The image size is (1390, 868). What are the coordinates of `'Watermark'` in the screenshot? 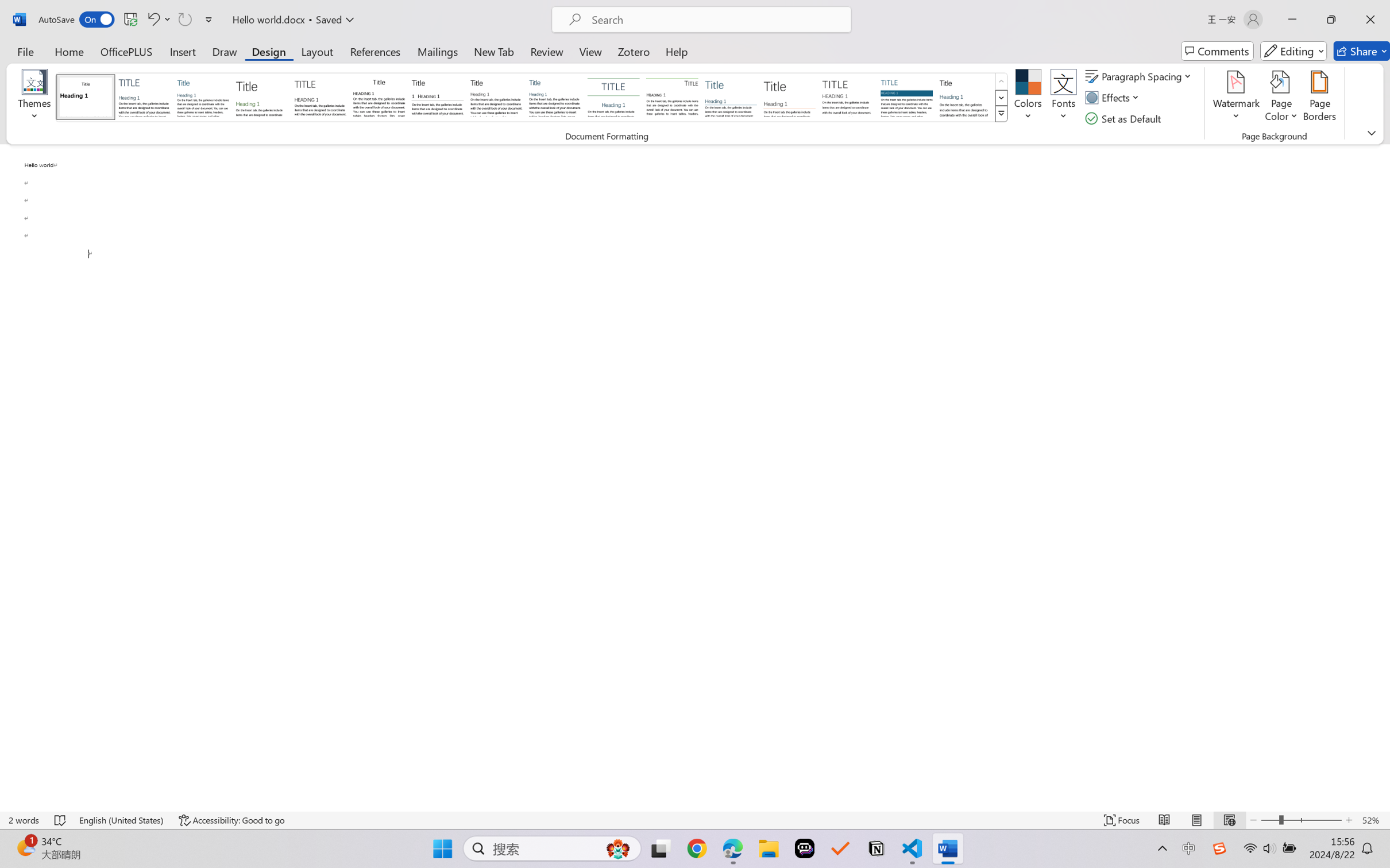 It's located at (1236, 98).